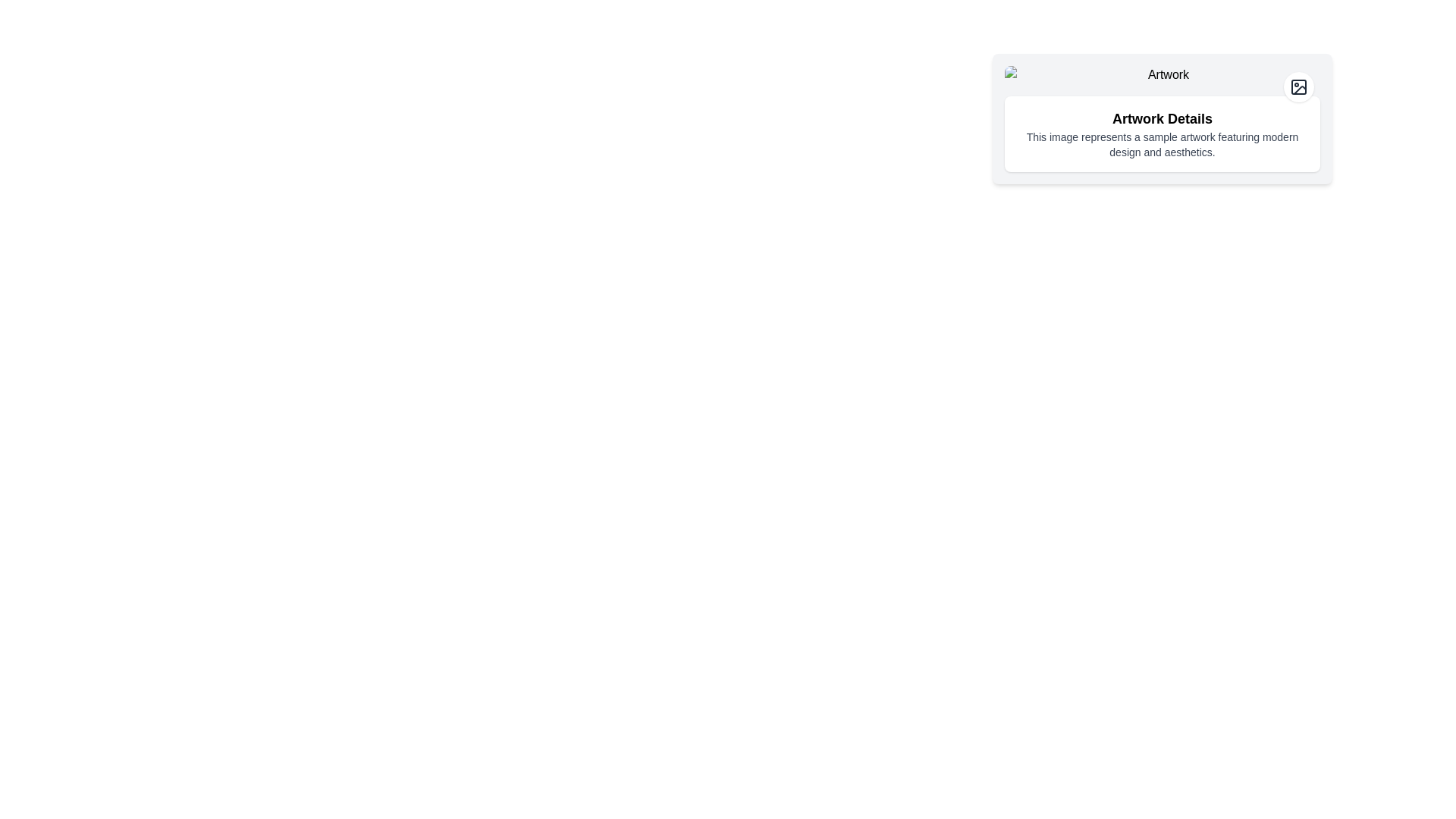  Describe the element at coordinates (1298, 87) in the screenshot. I see `the small square graphical icon with a black frame and white background, located at the top right corner of the 'Artwork' card` at that location.